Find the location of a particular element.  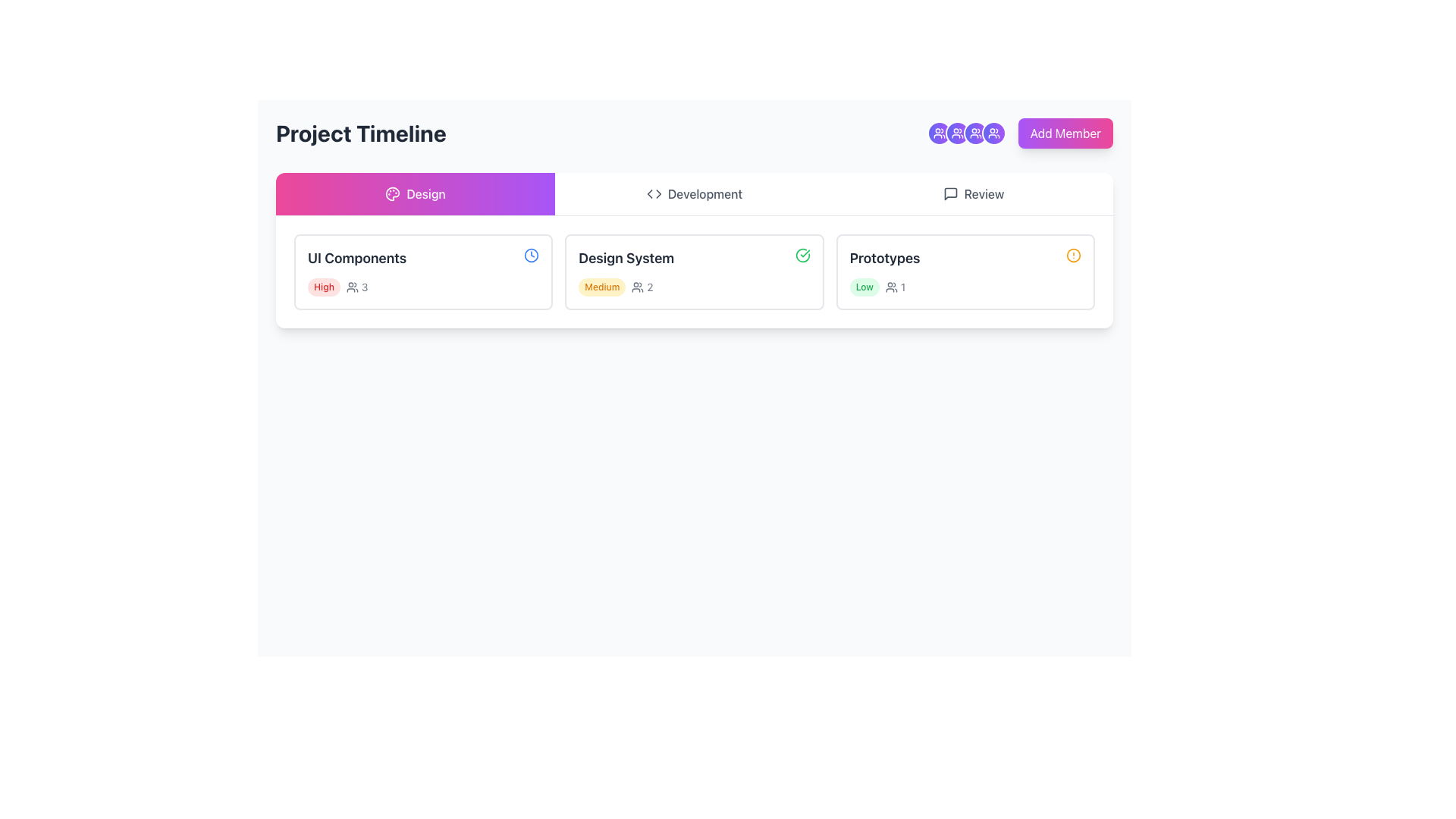

the small text label reading 'Low' with a green color and a light green rounded background located in the 'Prototypes' section to the right of 'Design System' is located at coordinates (864, 287).